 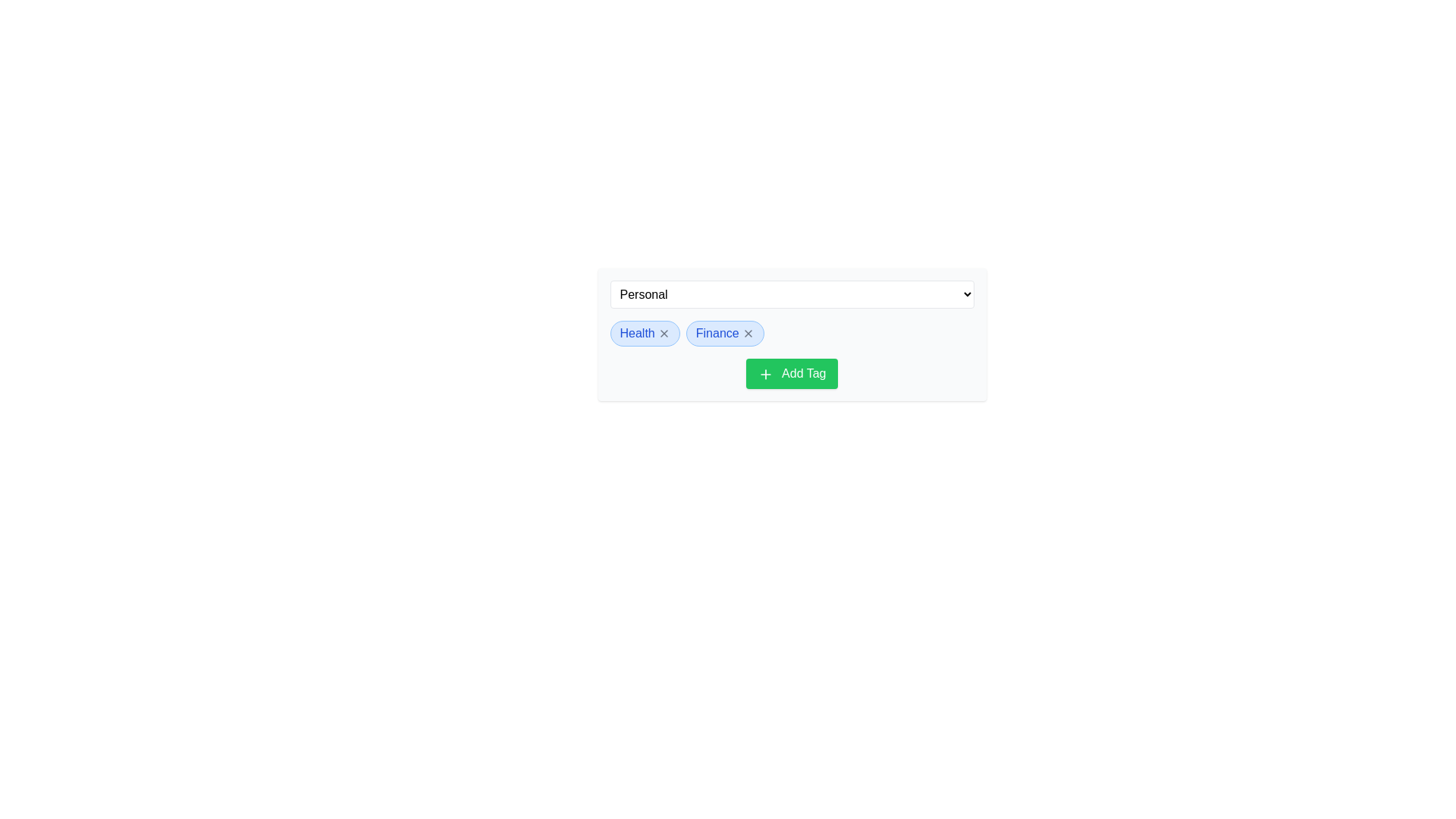 I want to click on the interactive close button 'x' of the category tag component labeled 'Health' to trigger the color change effect, so click(x=645, y=332).